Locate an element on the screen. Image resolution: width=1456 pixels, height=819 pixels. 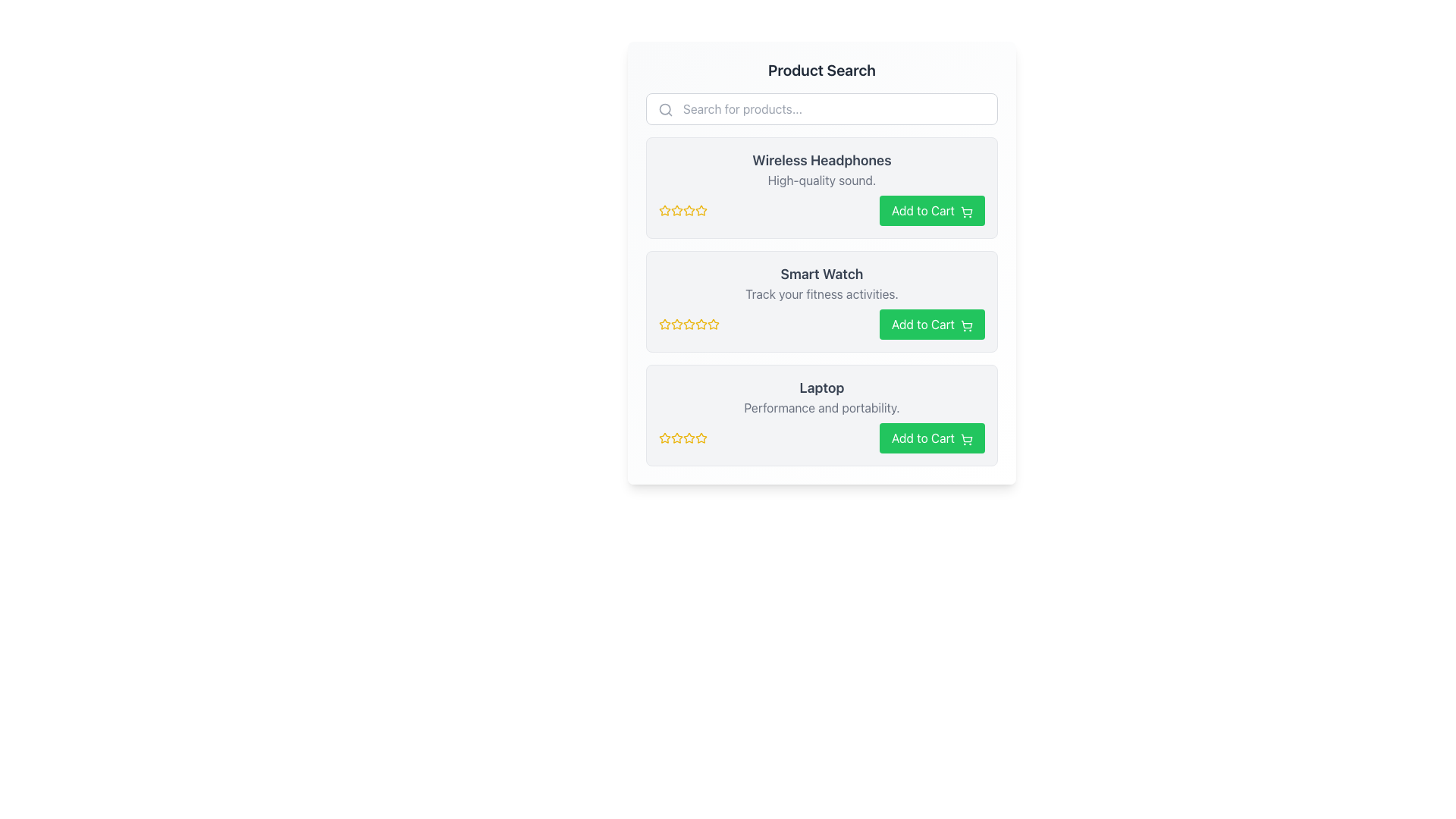
the text label that reads 'Performance and portability.' which is styled in grey and located below the 'Laptop' title in the product card is located at coordinates (821, 406).